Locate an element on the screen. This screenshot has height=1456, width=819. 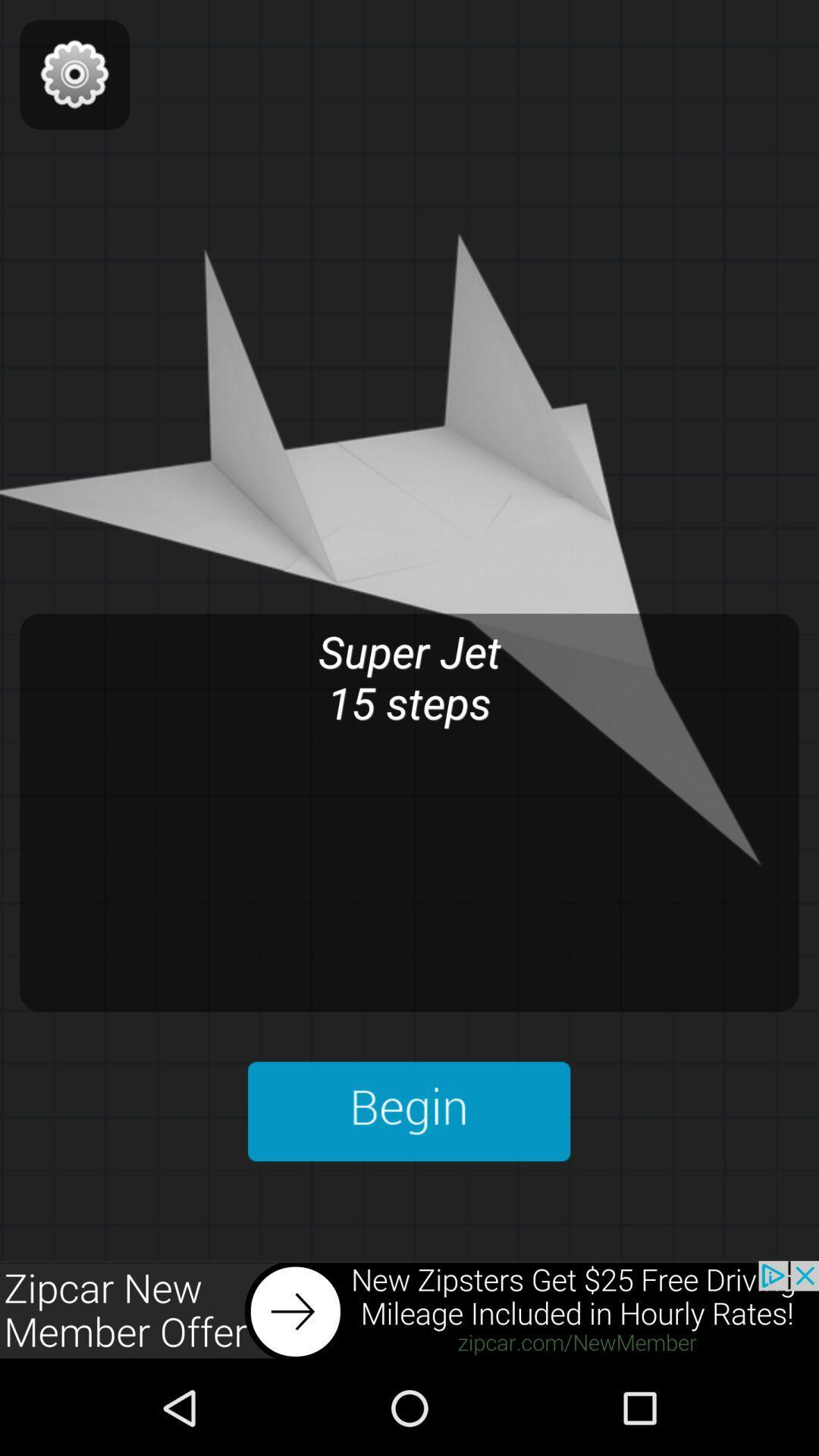
the settings icon is located at coordinates (74, 79).